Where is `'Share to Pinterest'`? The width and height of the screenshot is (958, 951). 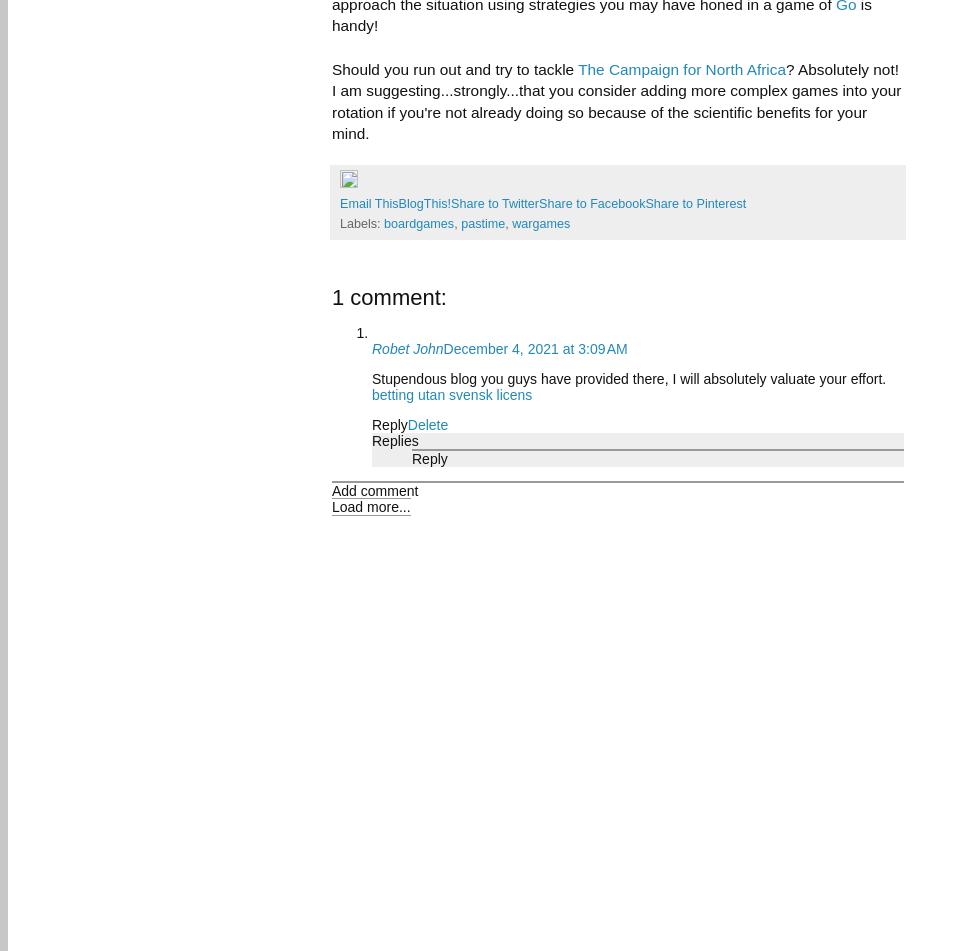
'Share to Pinterest' is located at coordinates (694, 203).